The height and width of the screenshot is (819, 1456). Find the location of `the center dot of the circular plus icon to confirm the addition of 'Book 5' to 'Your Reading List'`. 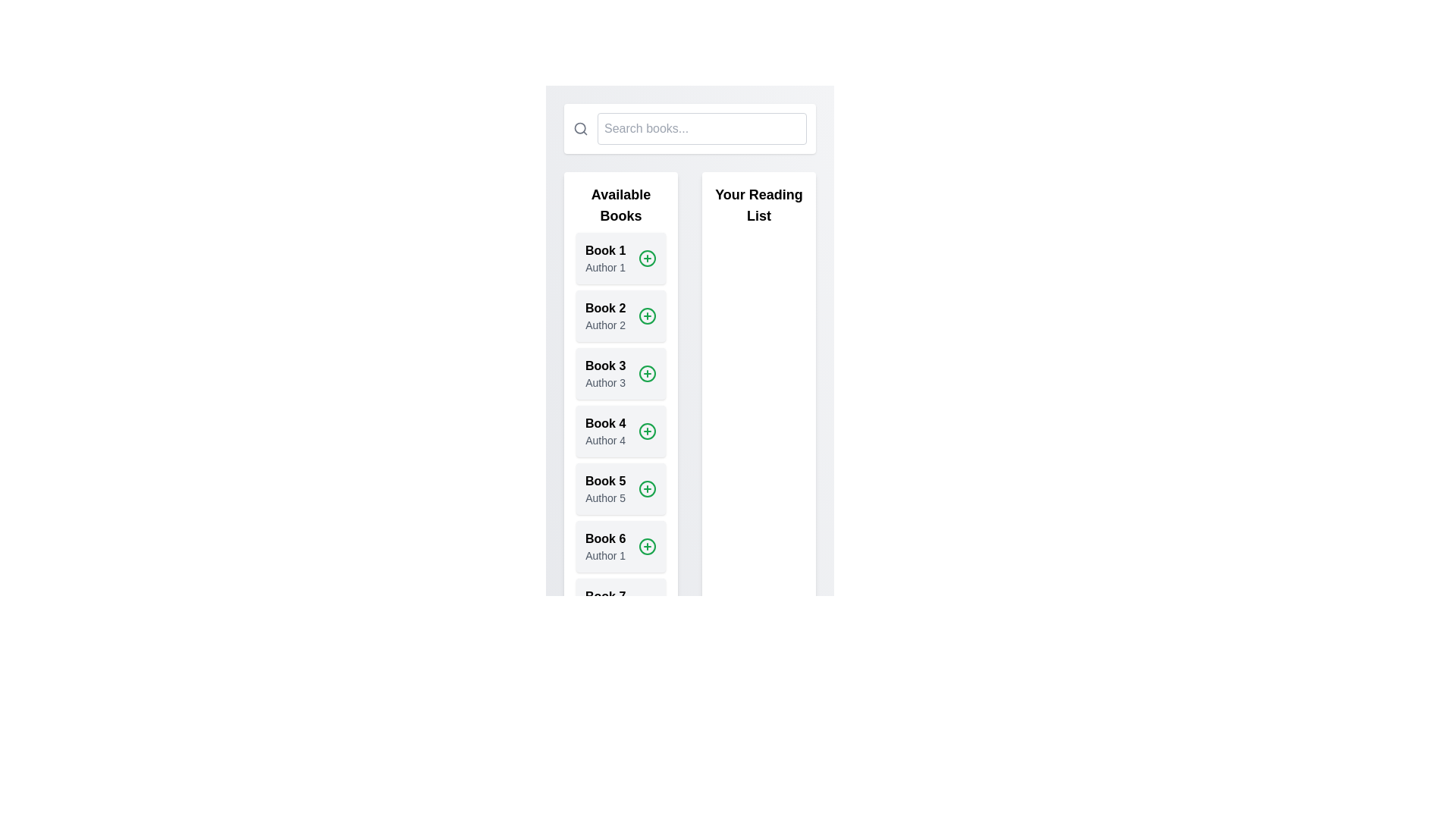

the center dot of the circular plus icon to confirm the addition of 'Book 5' to 'Your Reading List' is located at coordinates (648, 488).